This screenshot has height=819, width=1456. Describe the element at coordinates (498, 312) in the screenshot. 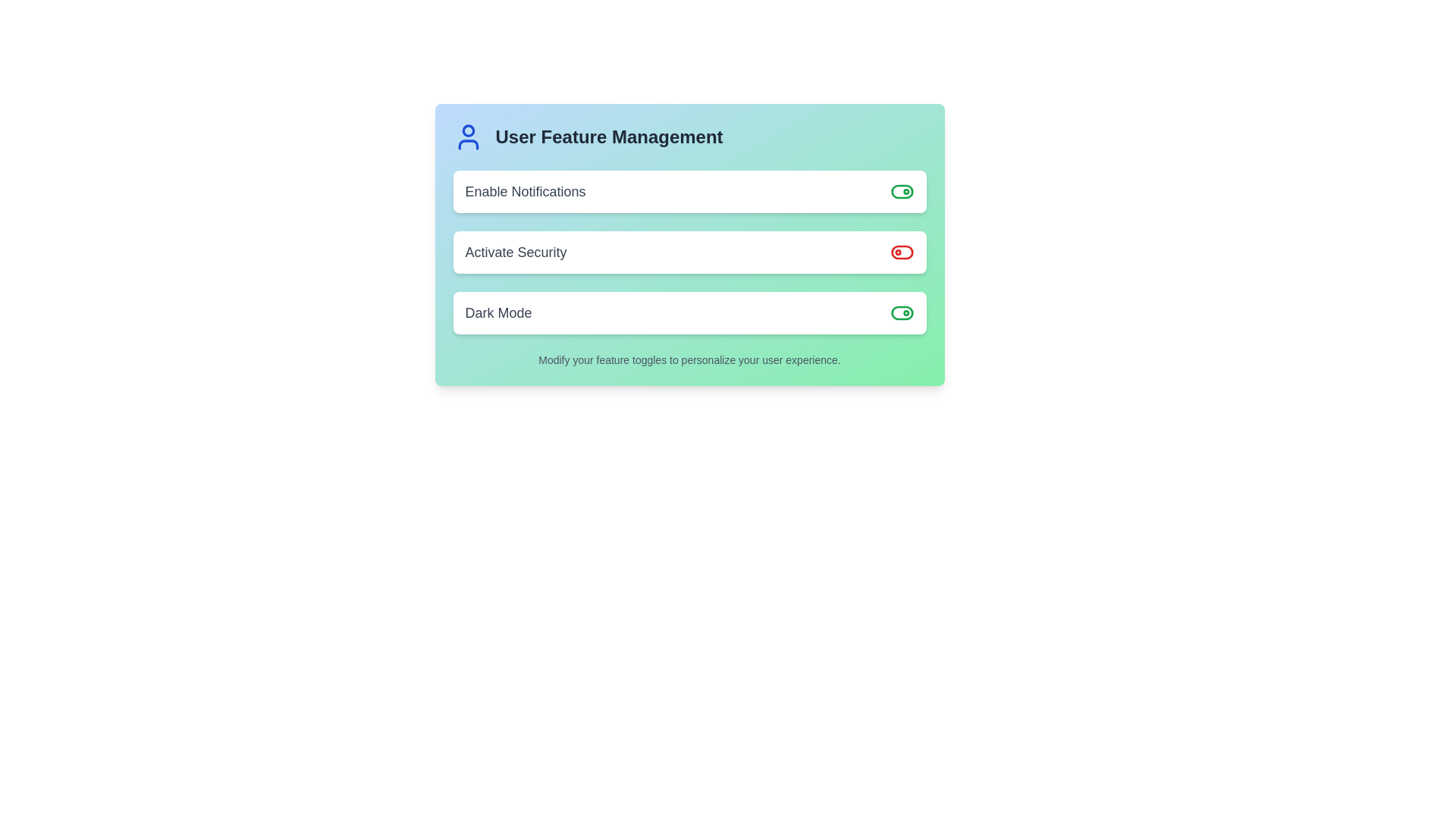

I see `the 'Dark Mode' text label, which is a medium-sized, gray-colored font located in the middle-left section of the light-themed settings menu` at that location.